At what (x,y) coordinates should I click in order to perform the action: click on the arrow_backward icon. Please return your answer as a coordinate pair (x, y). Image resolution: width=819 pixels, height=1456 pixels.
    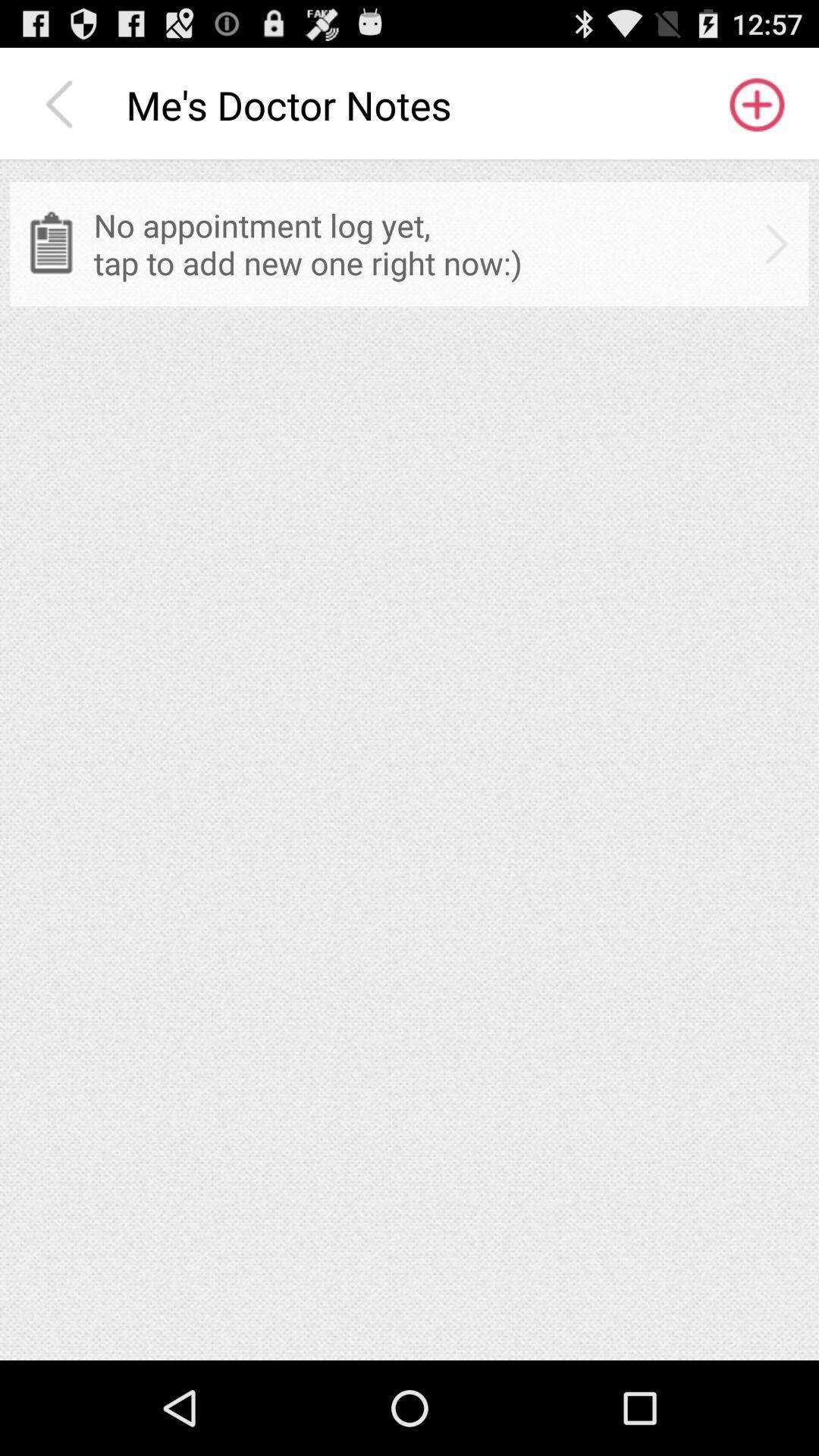
    Looking at the image, I should click on (62, 111).